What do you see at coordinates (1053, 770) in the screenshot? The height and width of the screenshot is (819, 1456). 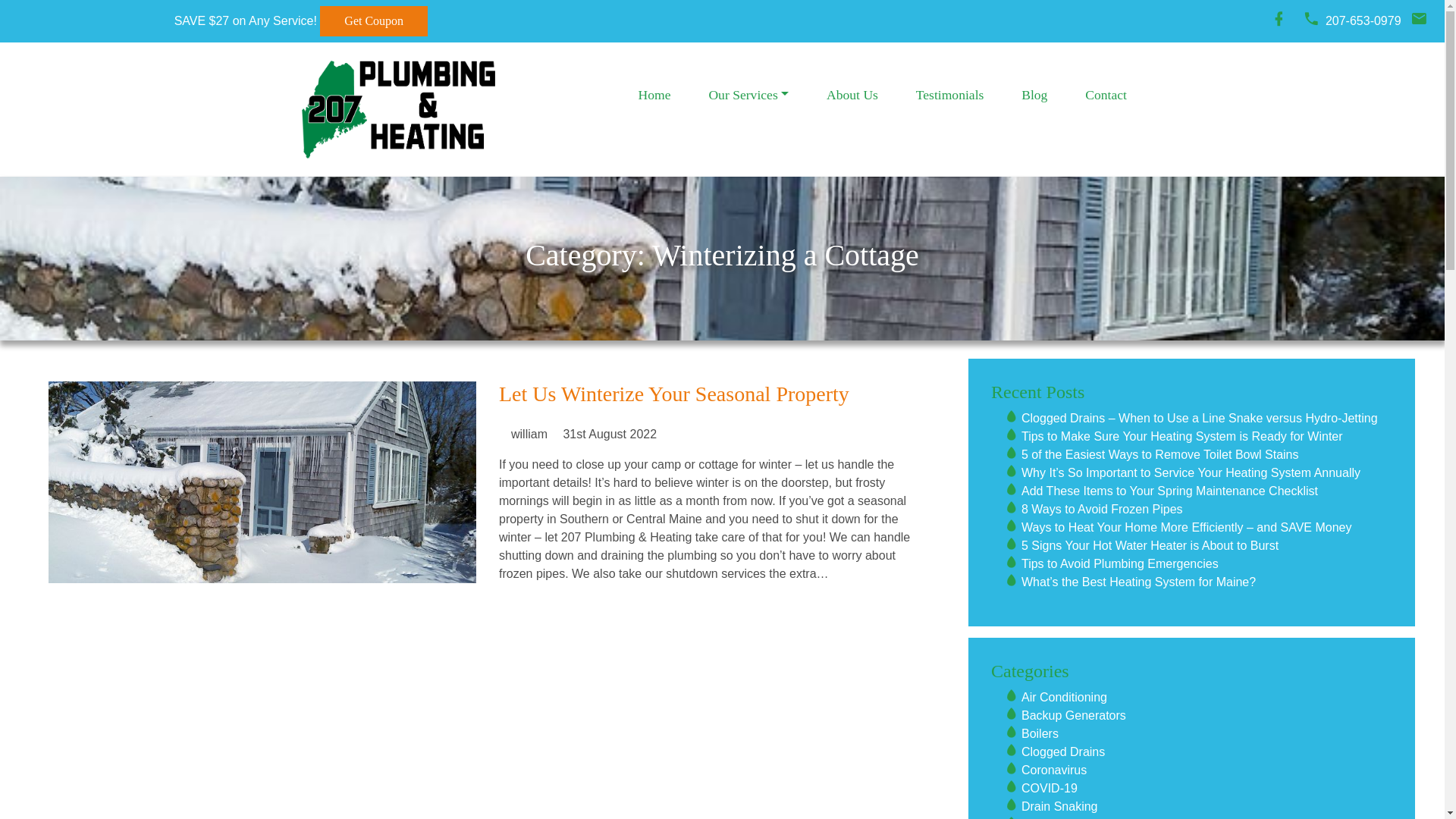 I see `'Coronavirus'` at bounding box center [1053, 770].